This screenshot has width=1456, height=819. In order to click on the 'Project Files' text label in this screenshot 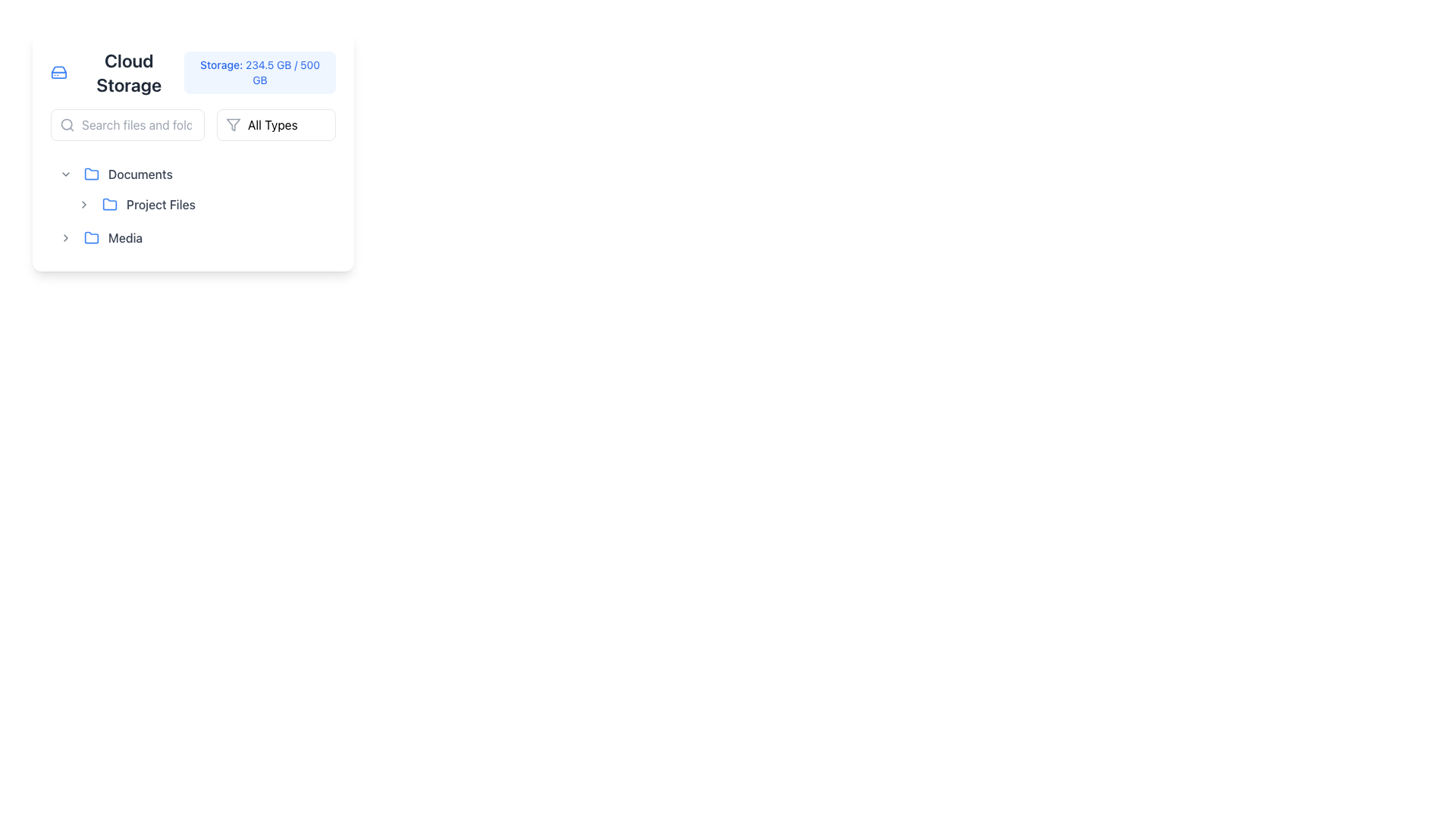, I will do `click(161, 205)`.